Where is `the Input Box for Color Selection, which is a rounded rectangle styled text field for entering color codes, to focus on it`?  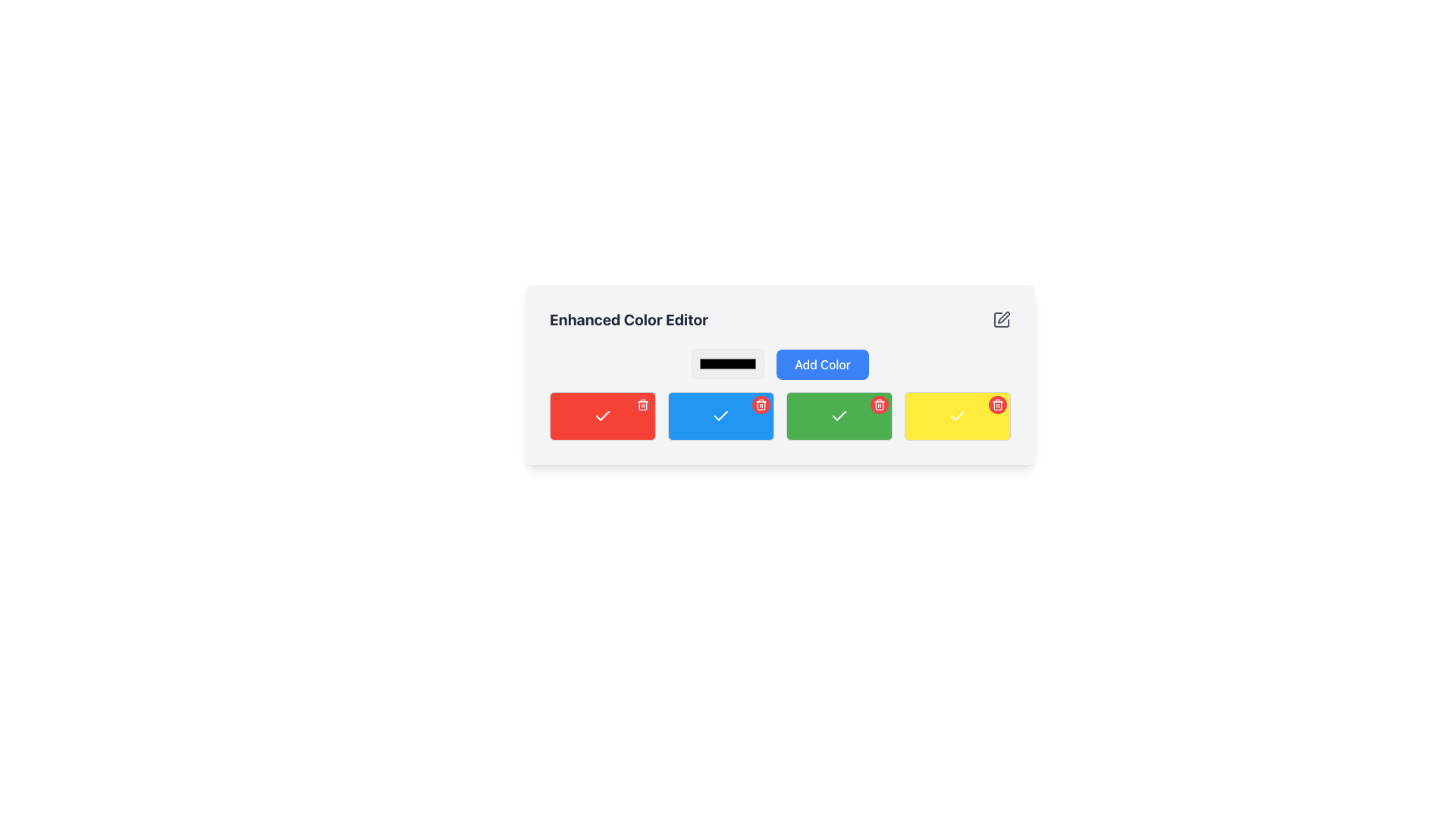 the Input Box for Color Selection, which is a rounded rectangle styled text field for entering color codes, to focus on it is located at coordinates (728, 363).